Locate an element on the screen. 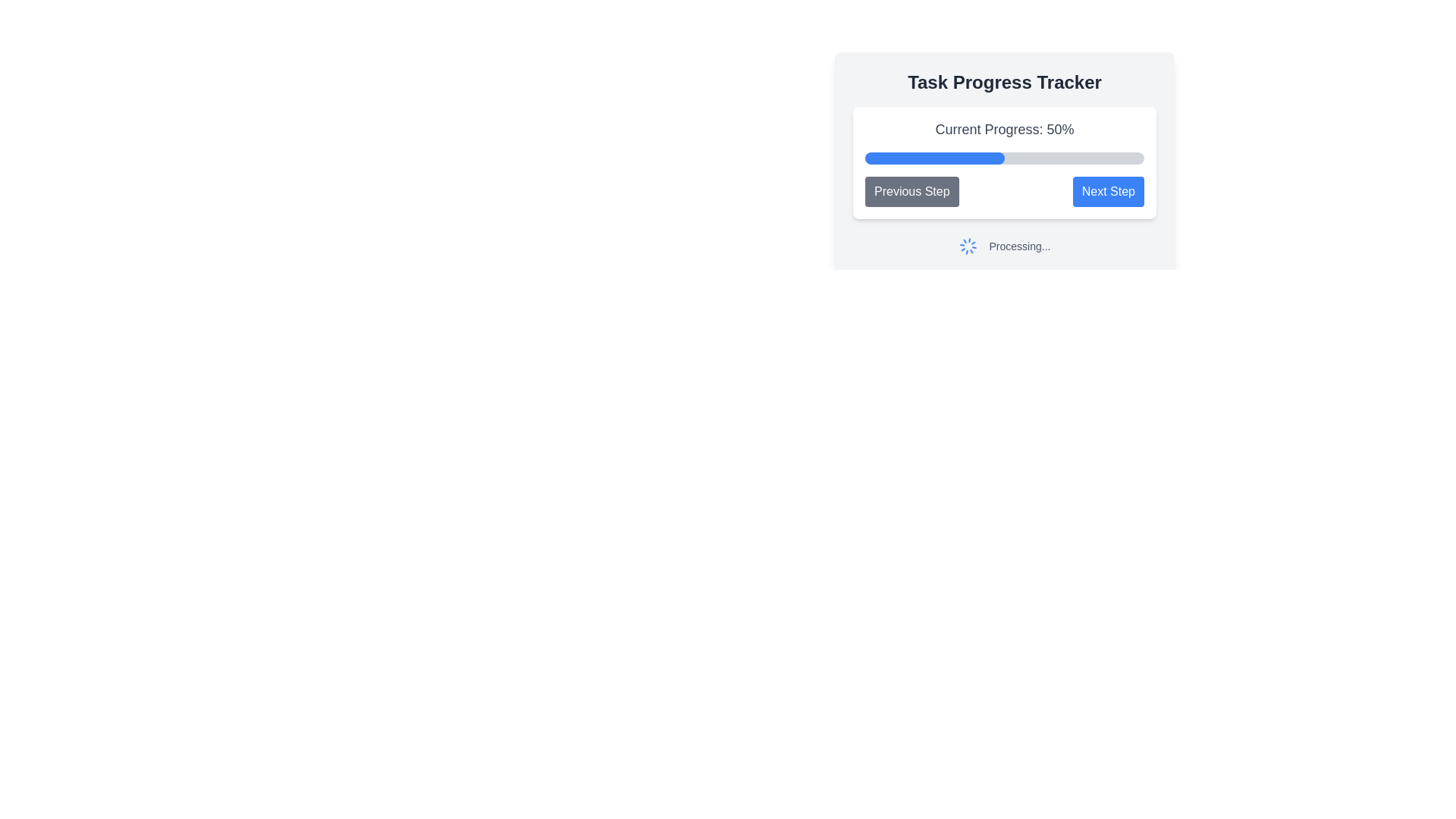 The height and width of the screenshot is (819, 1456). the leftmost button in the 'Task Progress Tracker' panel to interact via keyboard is located at coordinates (911, 191).